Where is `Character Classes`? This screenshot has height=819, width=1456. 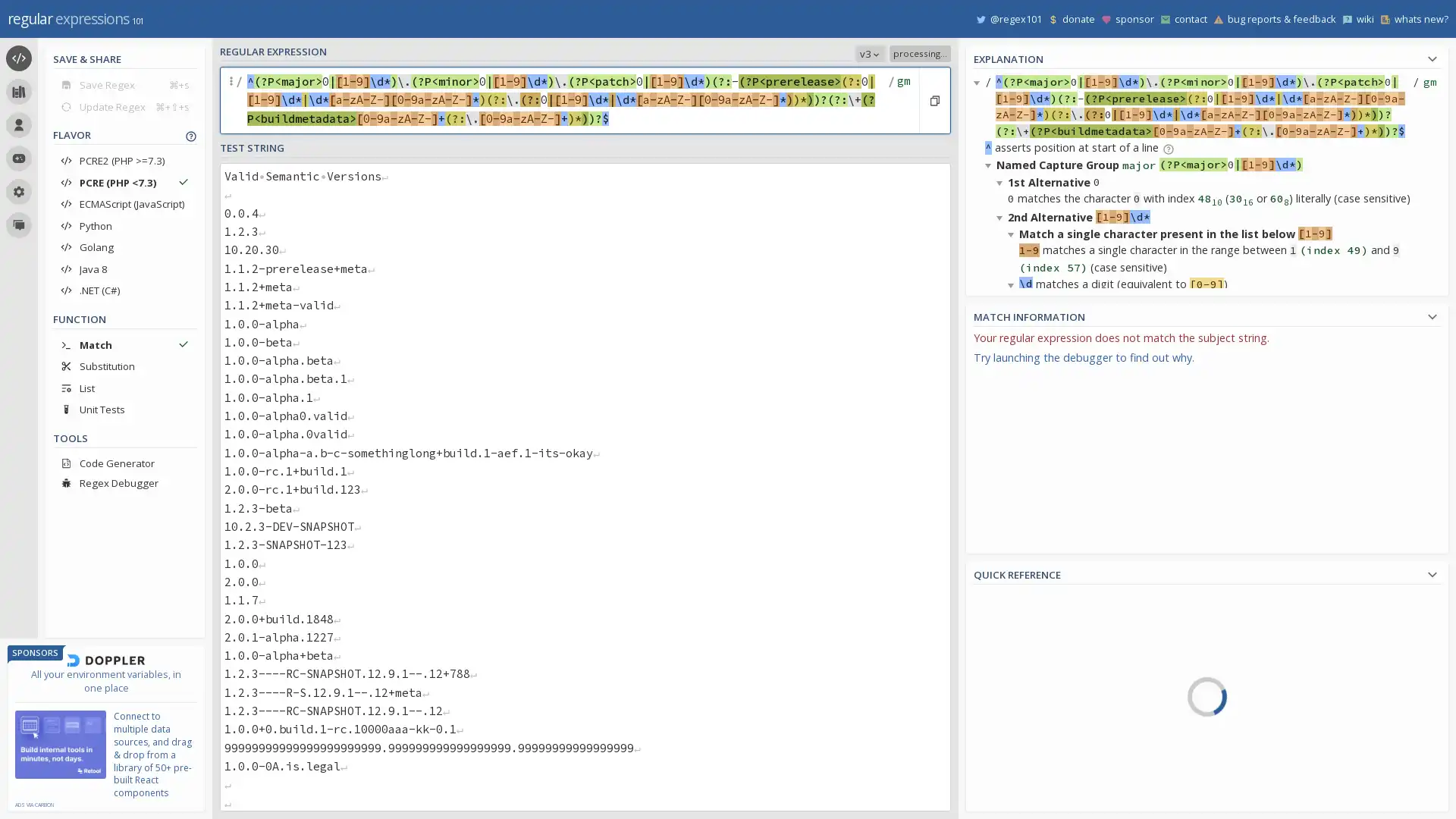 Character Classes is located at coordinates (1044, 780).